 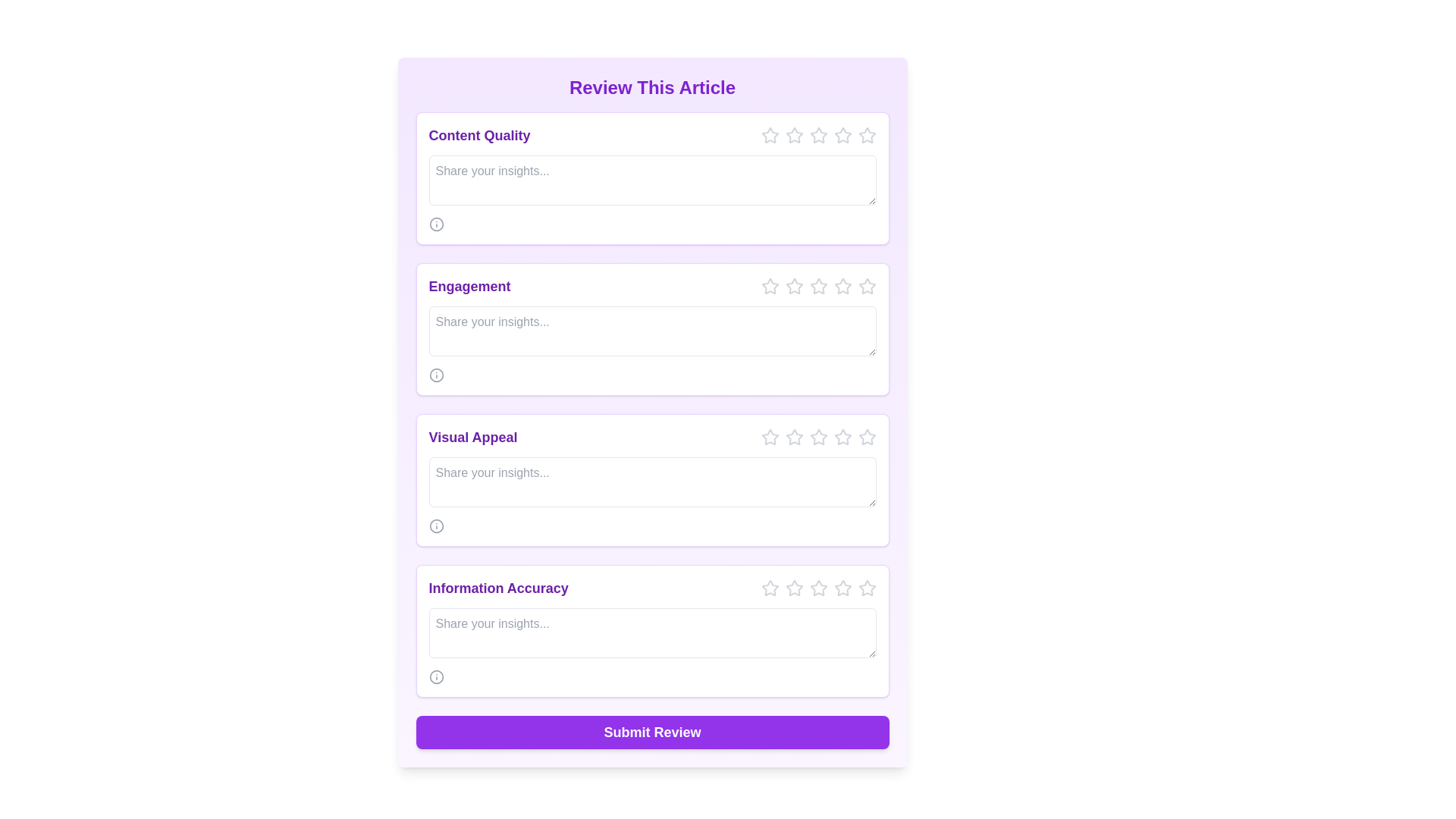 What do you see at coordinates (770, 134) in the screenshot?
I see `the first star icon in the Interactive star rating system under the 'Content Quality' section` at bounding box center [770, 134].